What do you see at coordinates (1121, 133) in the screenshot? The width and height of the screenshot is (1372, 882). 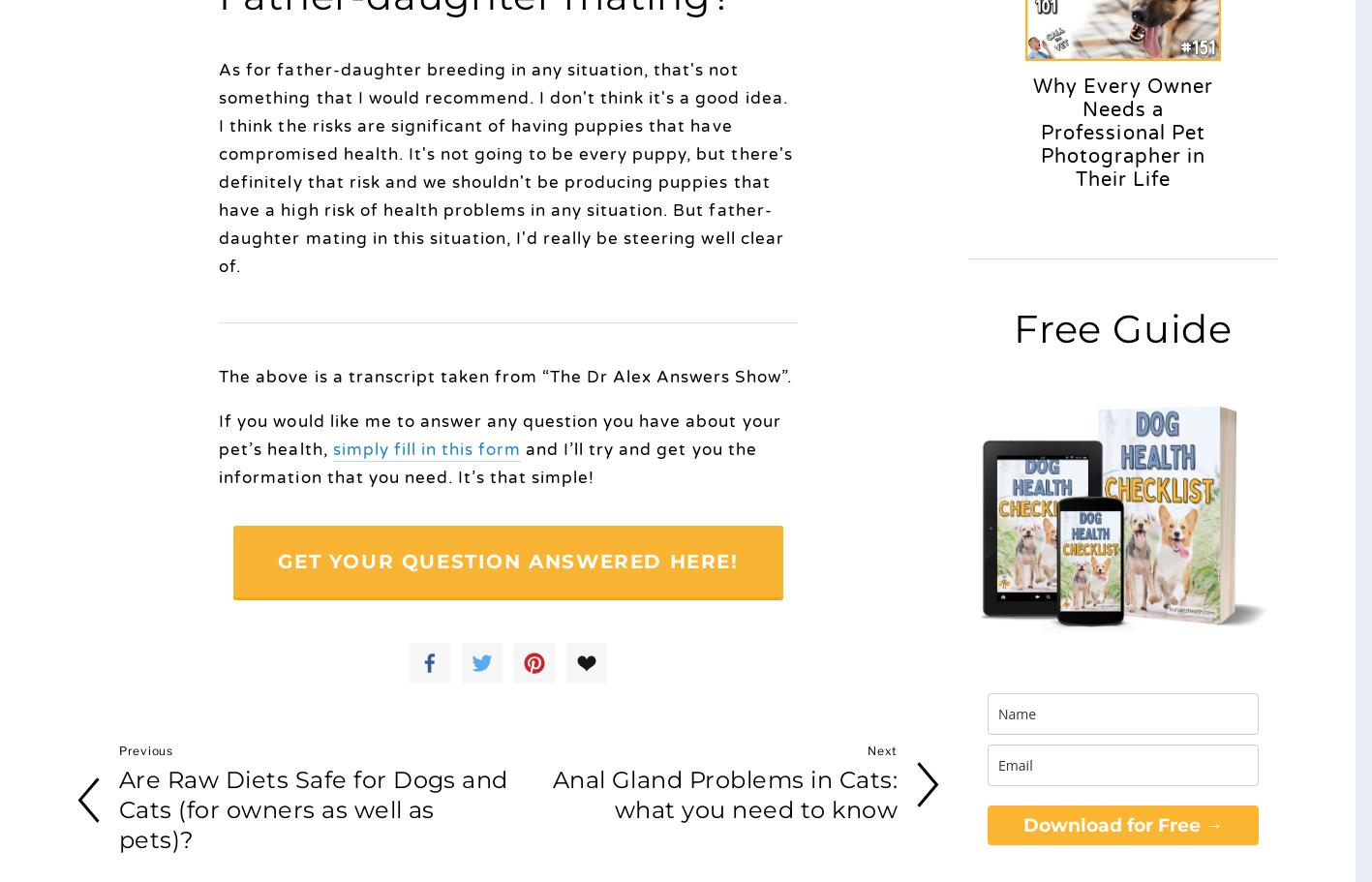 I see `'Why Every Owner Needs a Professional Pet Photographer in Their Life'` at bounding box center [1121, 133].